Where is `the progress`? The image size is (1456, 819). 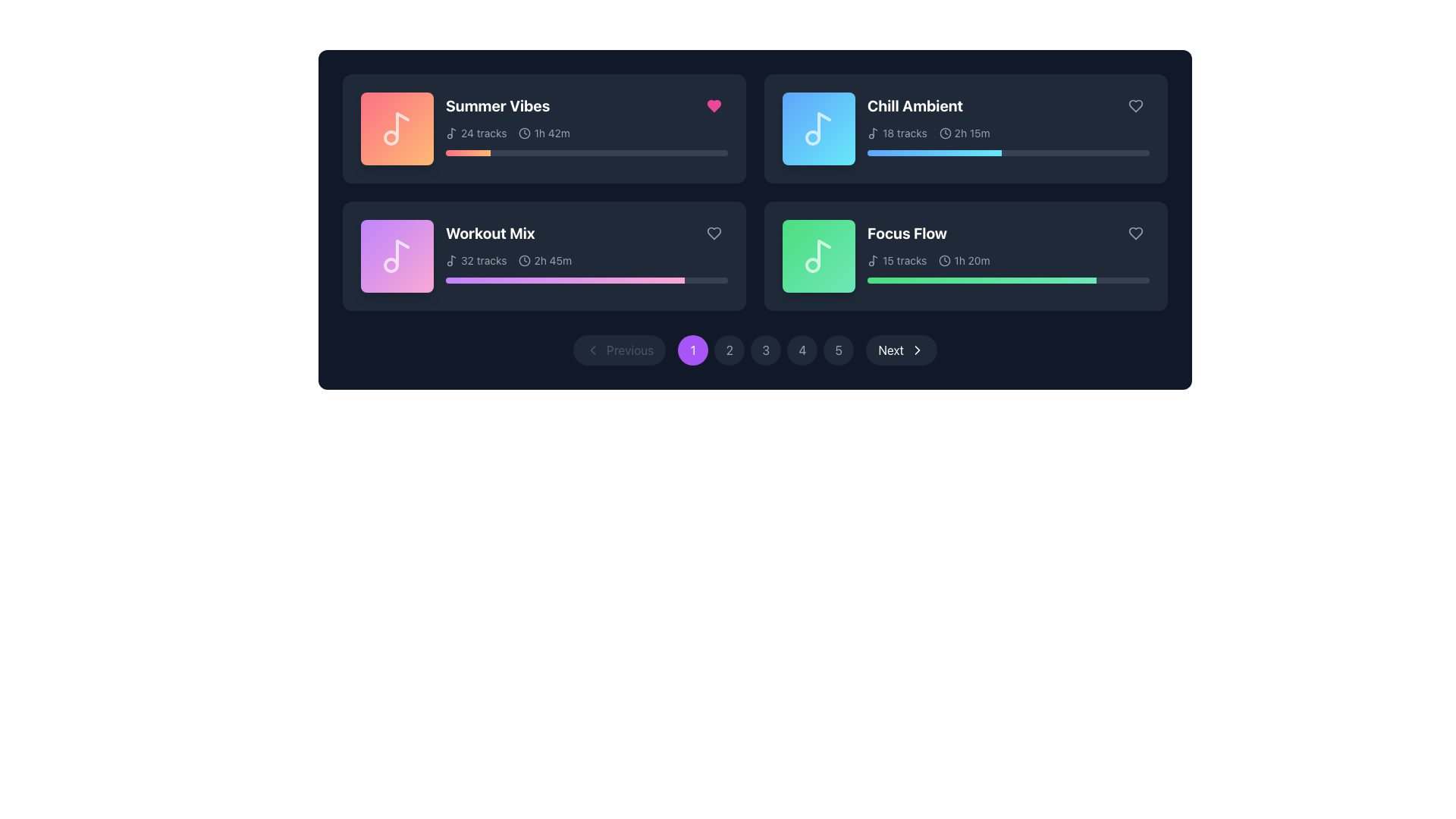 the progress is located at coordinates (456, 152).